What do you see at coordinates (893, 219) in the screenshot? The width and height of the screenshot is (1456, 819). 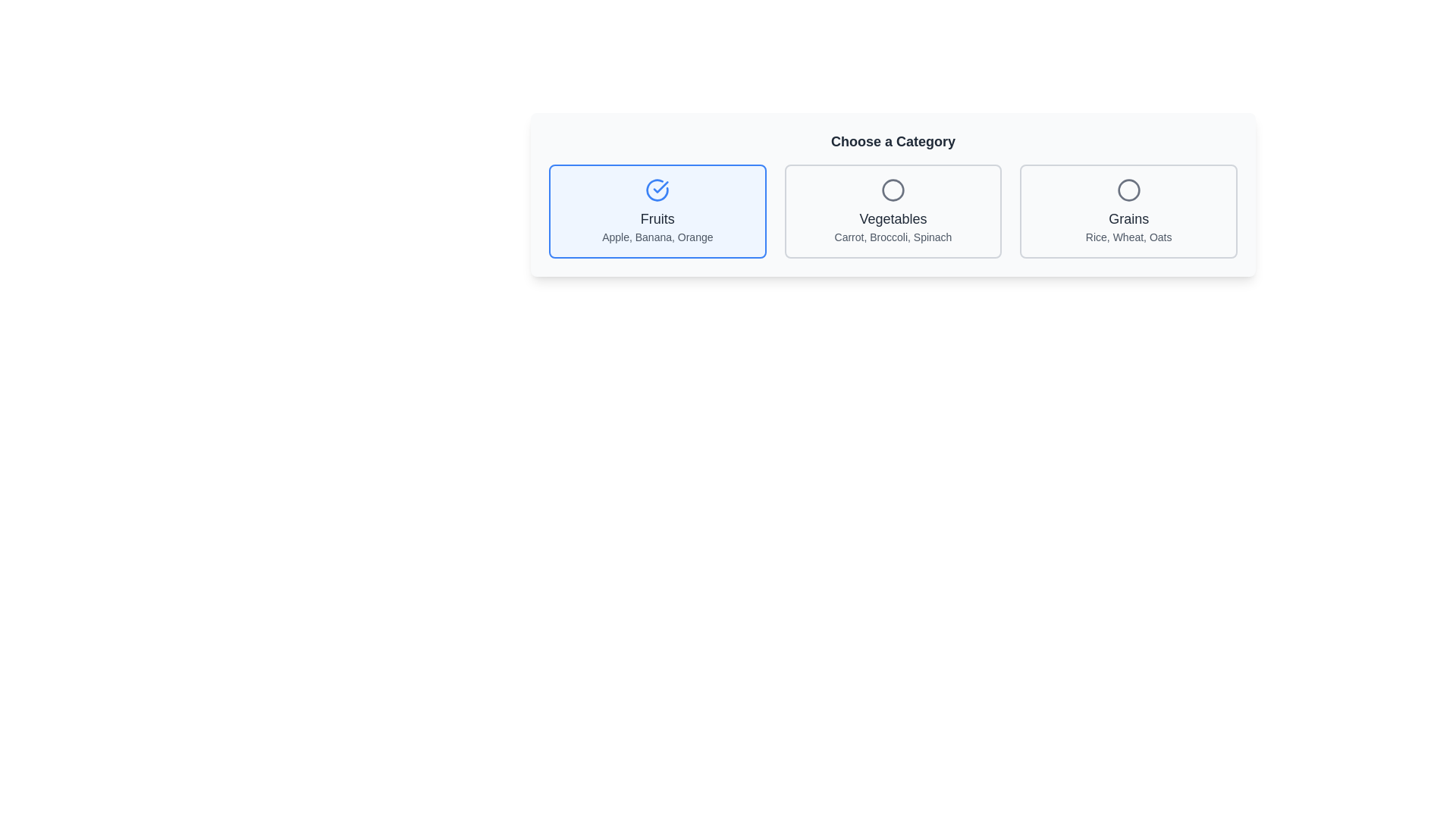 I see `the category label located in the second card of the category selection, which is centrally positioned above a descriptive text line and below an icon` at bounding box center [893, 219].